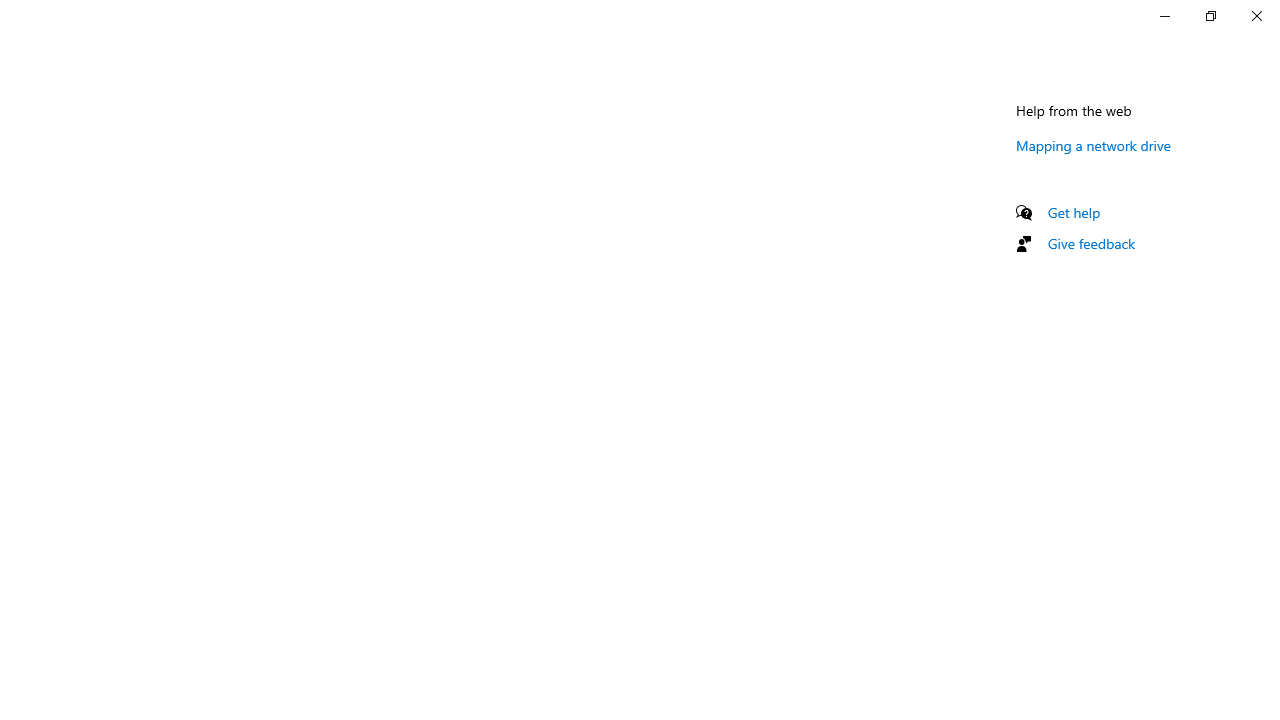 The height and width of the screenshot is (720, 1280). What do you see at coordinates (1164, 15) in the screenshot?
I see `'Minimize Settings'` at bounding box center [1164, 15].